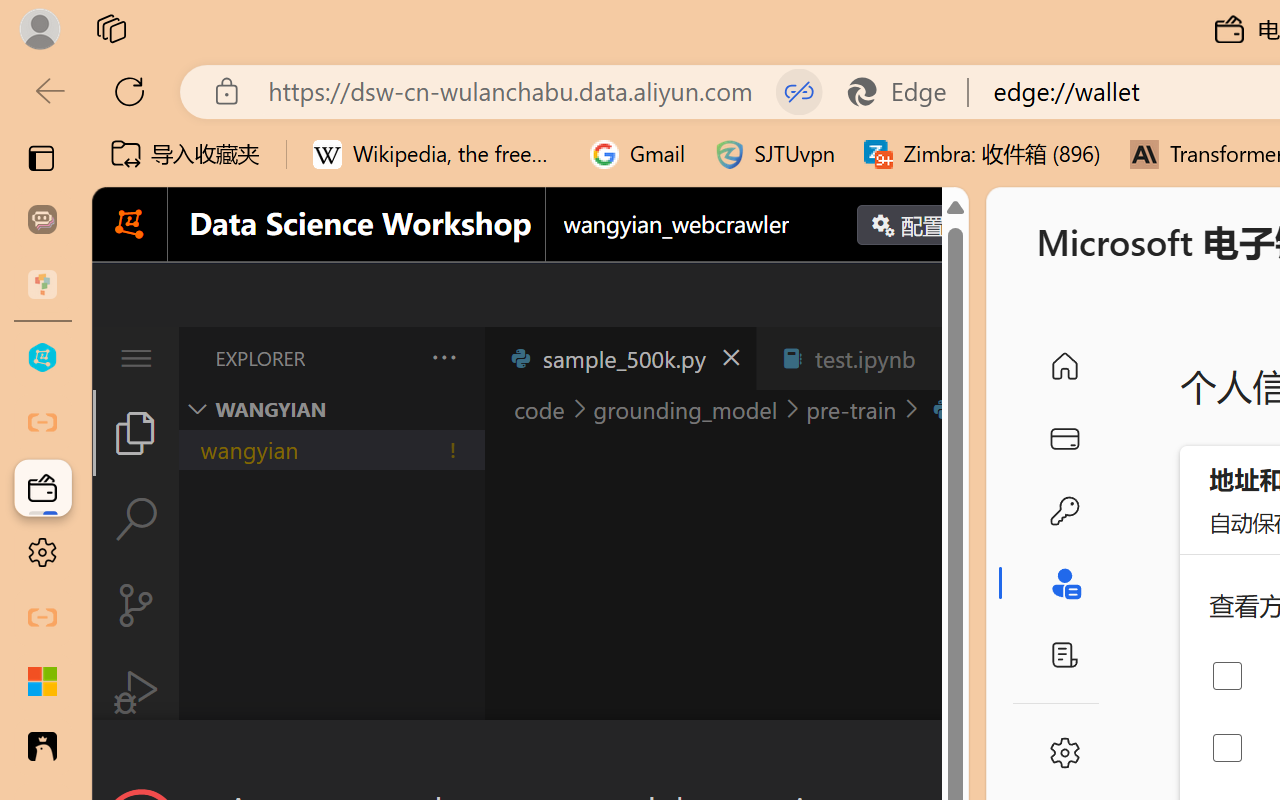 The height and width of the screenshot is (800, 1280). Describe the element at coordinates (944, 358) in the screenshot. I see `'Tab actions'` at that location.